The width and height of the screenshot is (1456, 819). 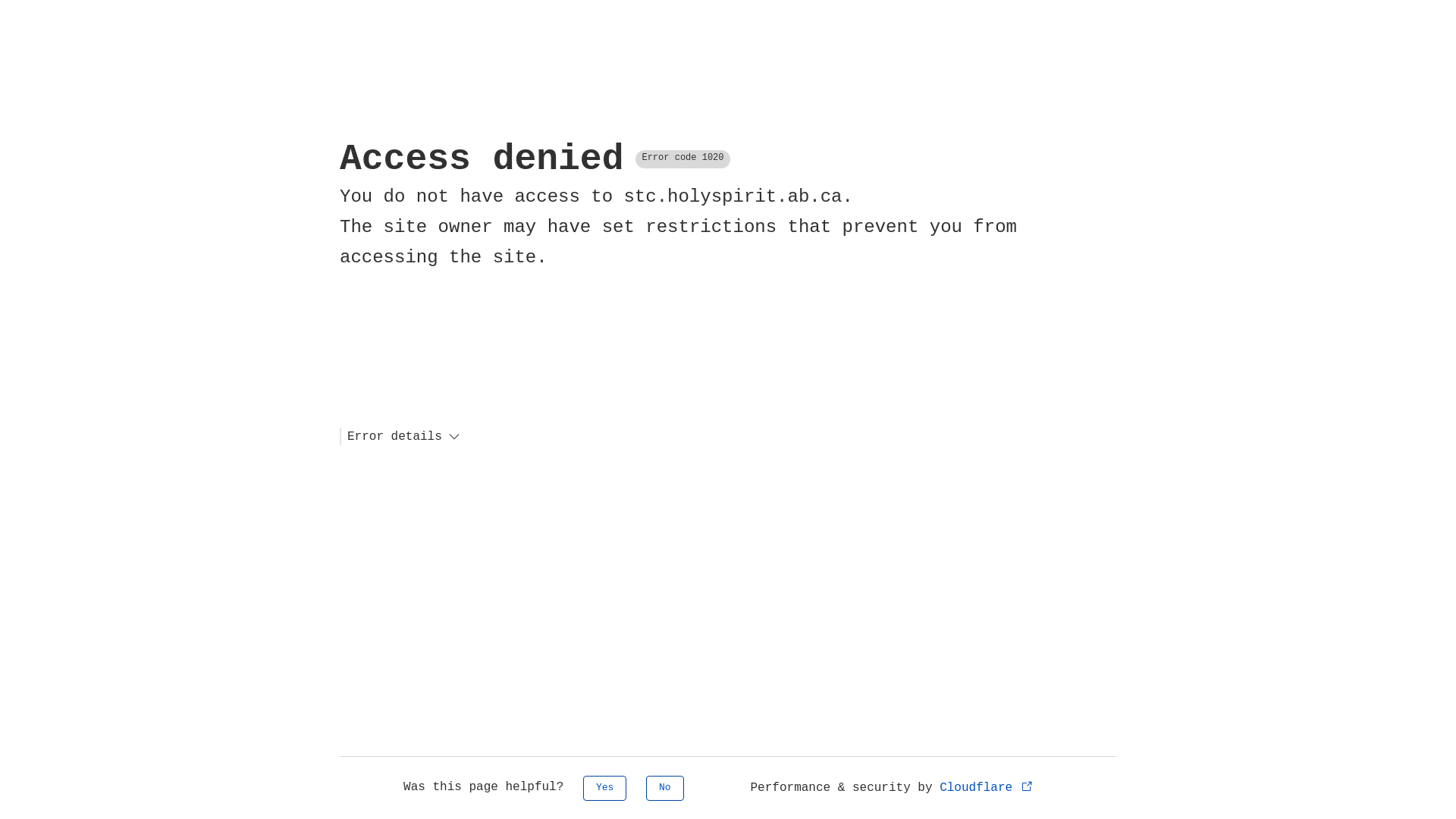 I want to click on 'Yes', so click(x=604, y=787).